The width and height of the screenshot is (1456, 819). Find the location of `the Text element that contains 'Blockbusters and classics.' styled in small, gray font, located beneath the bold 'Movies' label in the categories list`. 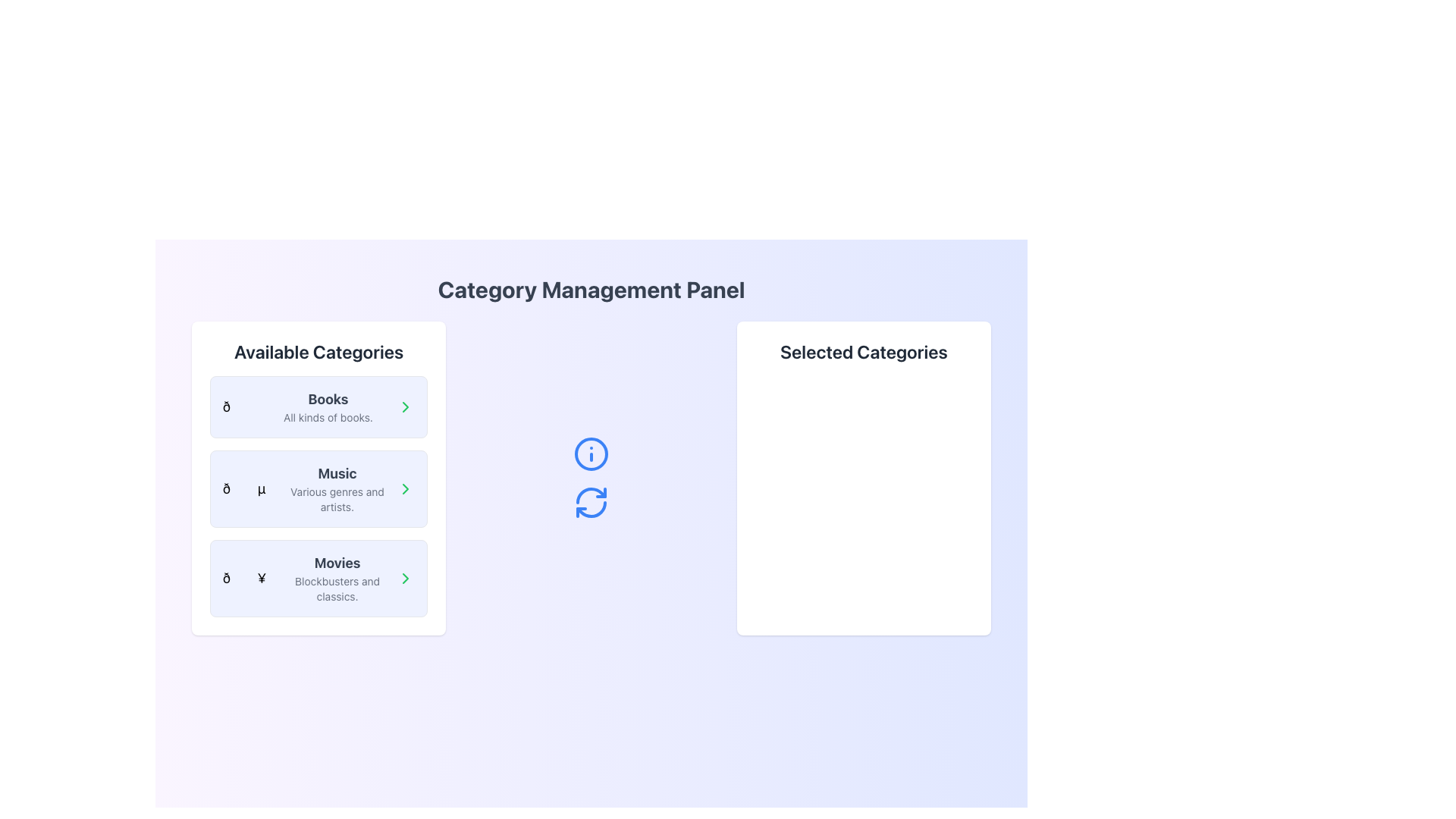

the Text element that contains 'Blockbusters and classics.' styled in small, gray font, located beneath the bold 'Movies' label in the categories list is located at coordinates (337, 588).